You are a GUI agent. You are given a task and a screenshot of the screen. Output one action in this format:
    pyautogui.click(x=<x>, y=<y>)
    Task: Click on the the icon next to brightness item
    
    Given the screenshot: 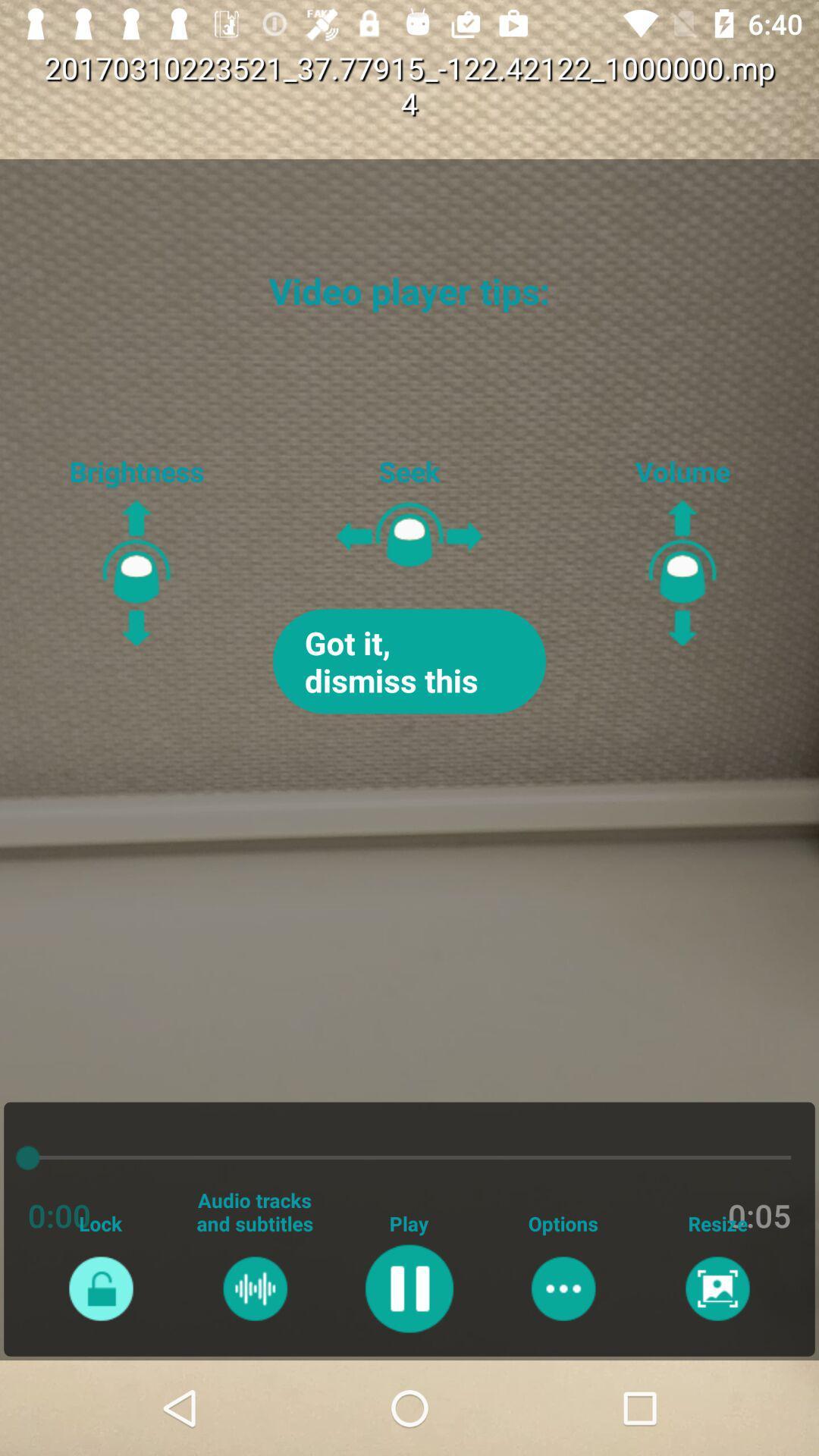 What is the action you would take?
    pyautogui.click(x=409, y=661)
    